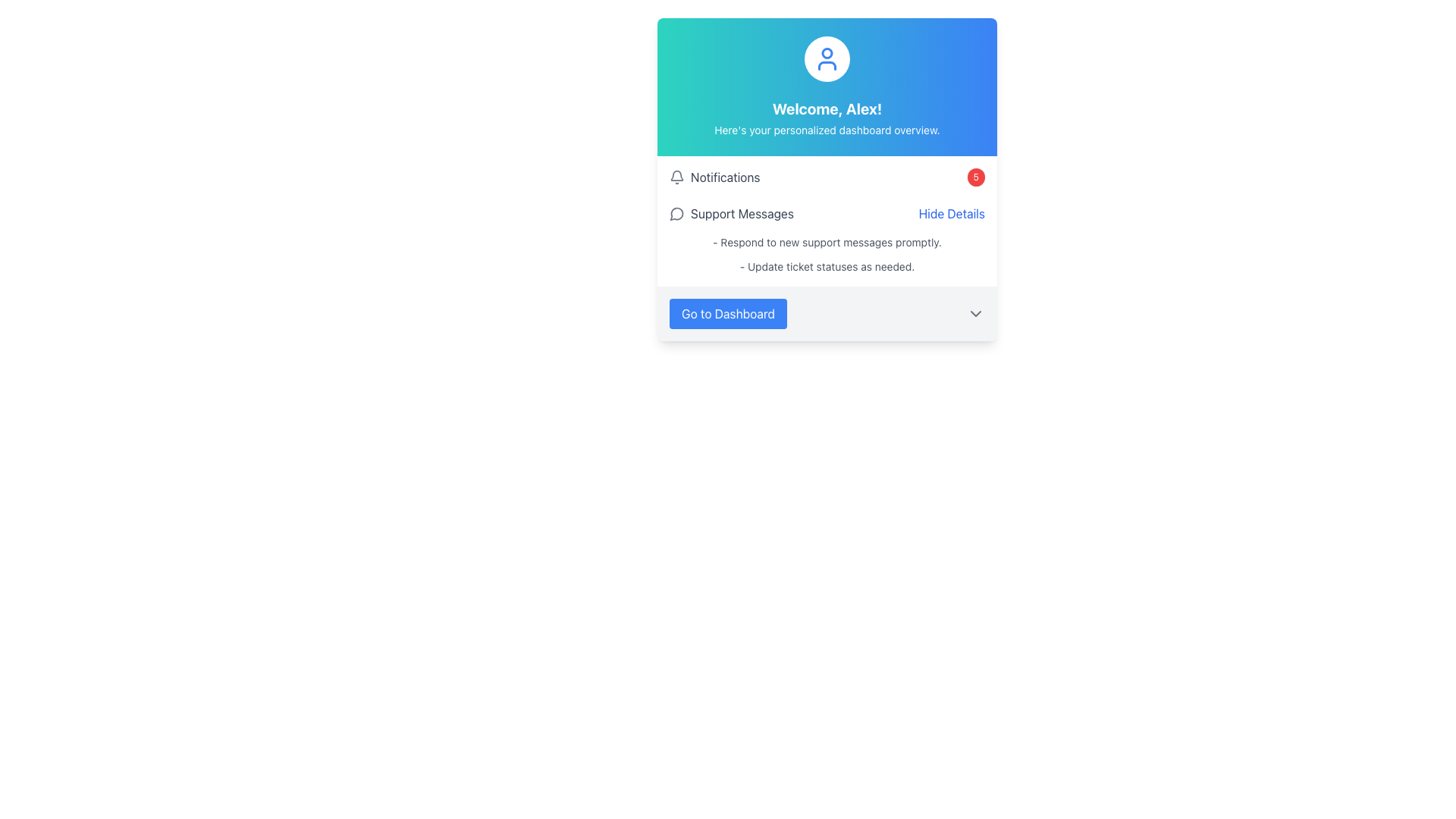  I want to click on the text line displaying '- Update ticket statuses as needed.' which is located below the text '- Respond to new support messages promptly.' in the 'Support Messages' section, so click(826, 265).